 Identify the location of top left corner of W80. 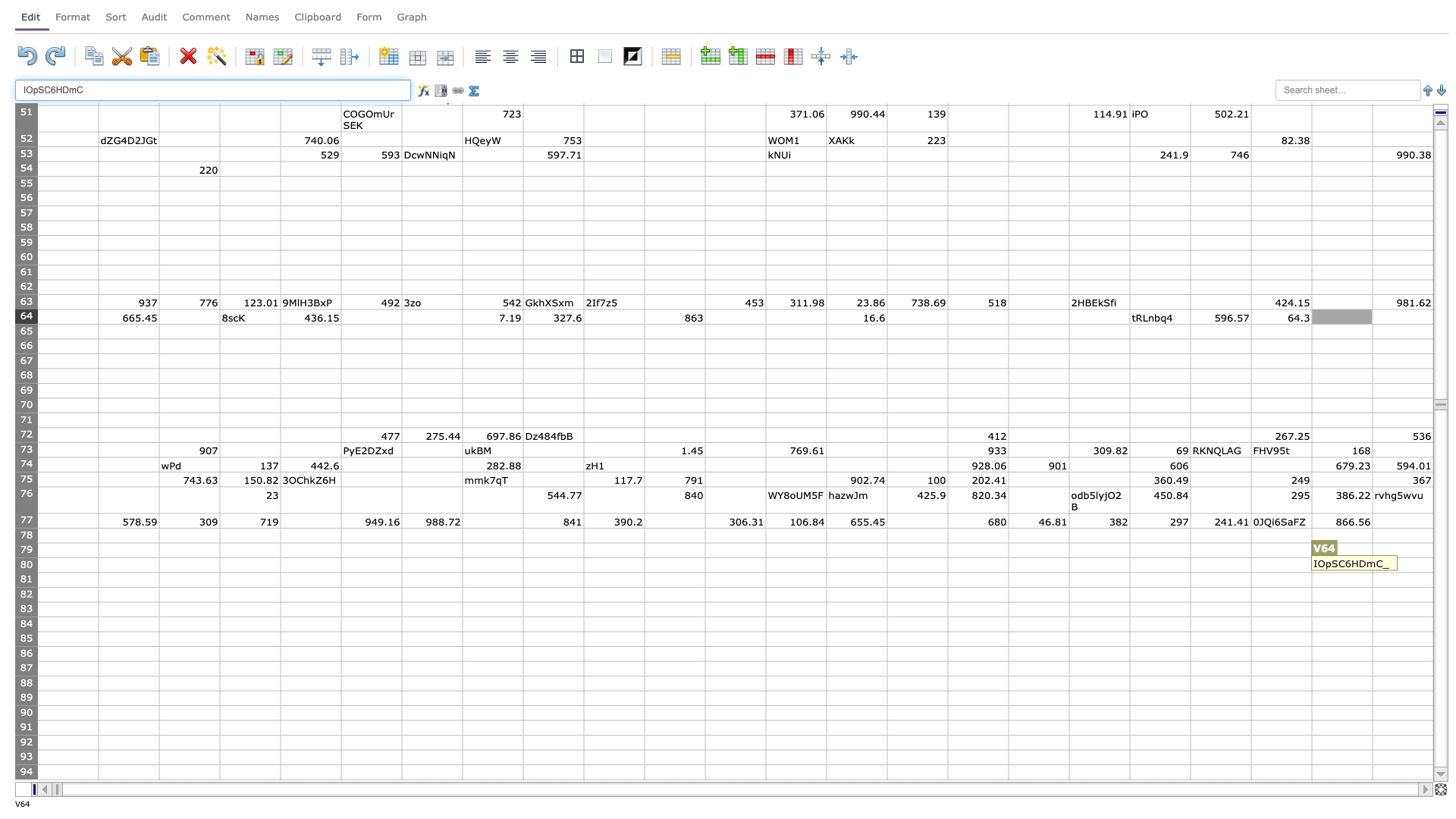
(1372, 557).